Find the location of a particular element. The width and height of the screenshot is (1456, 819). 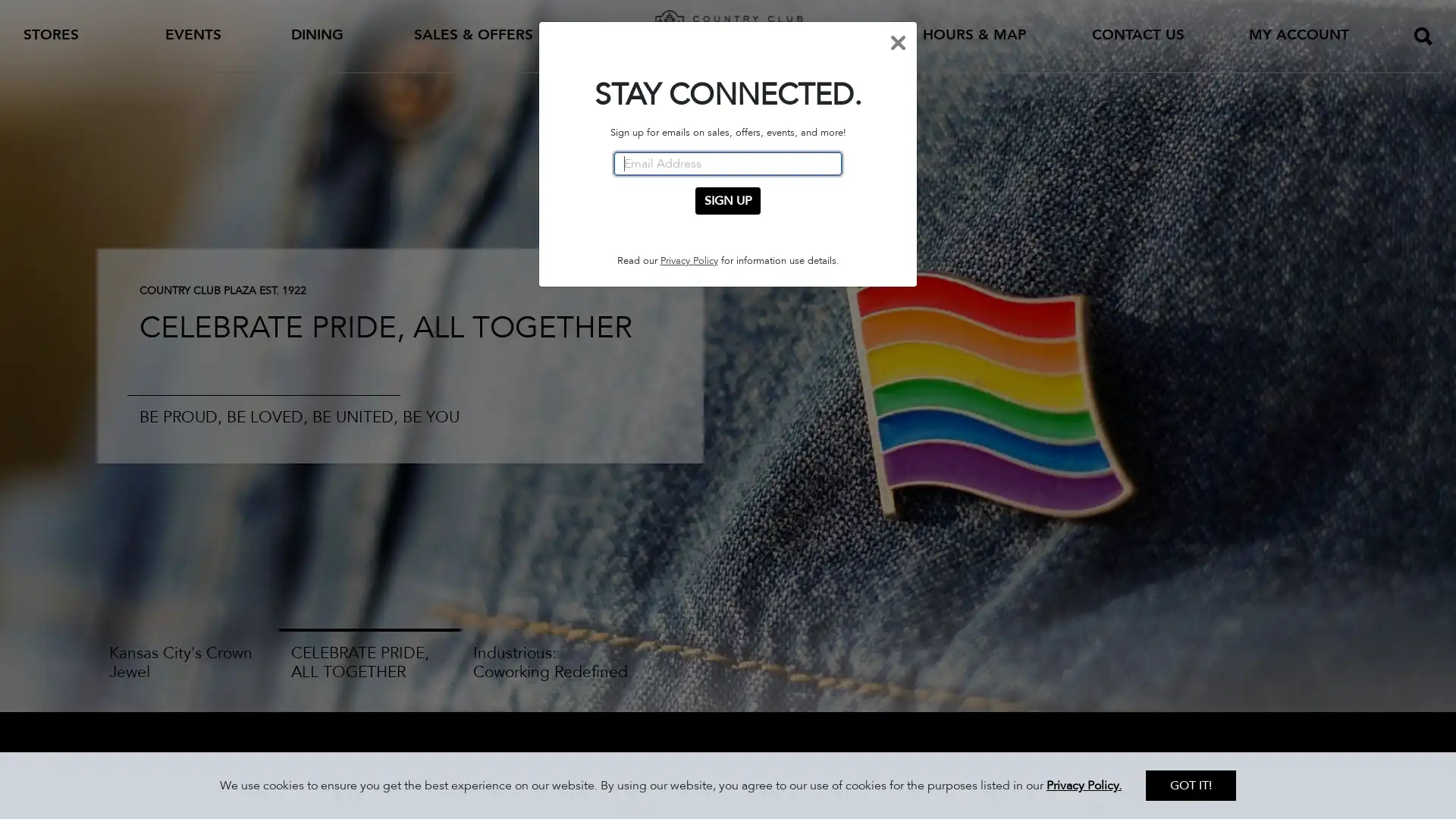

Privacy Policy. is located at coordinates (1083, 785).